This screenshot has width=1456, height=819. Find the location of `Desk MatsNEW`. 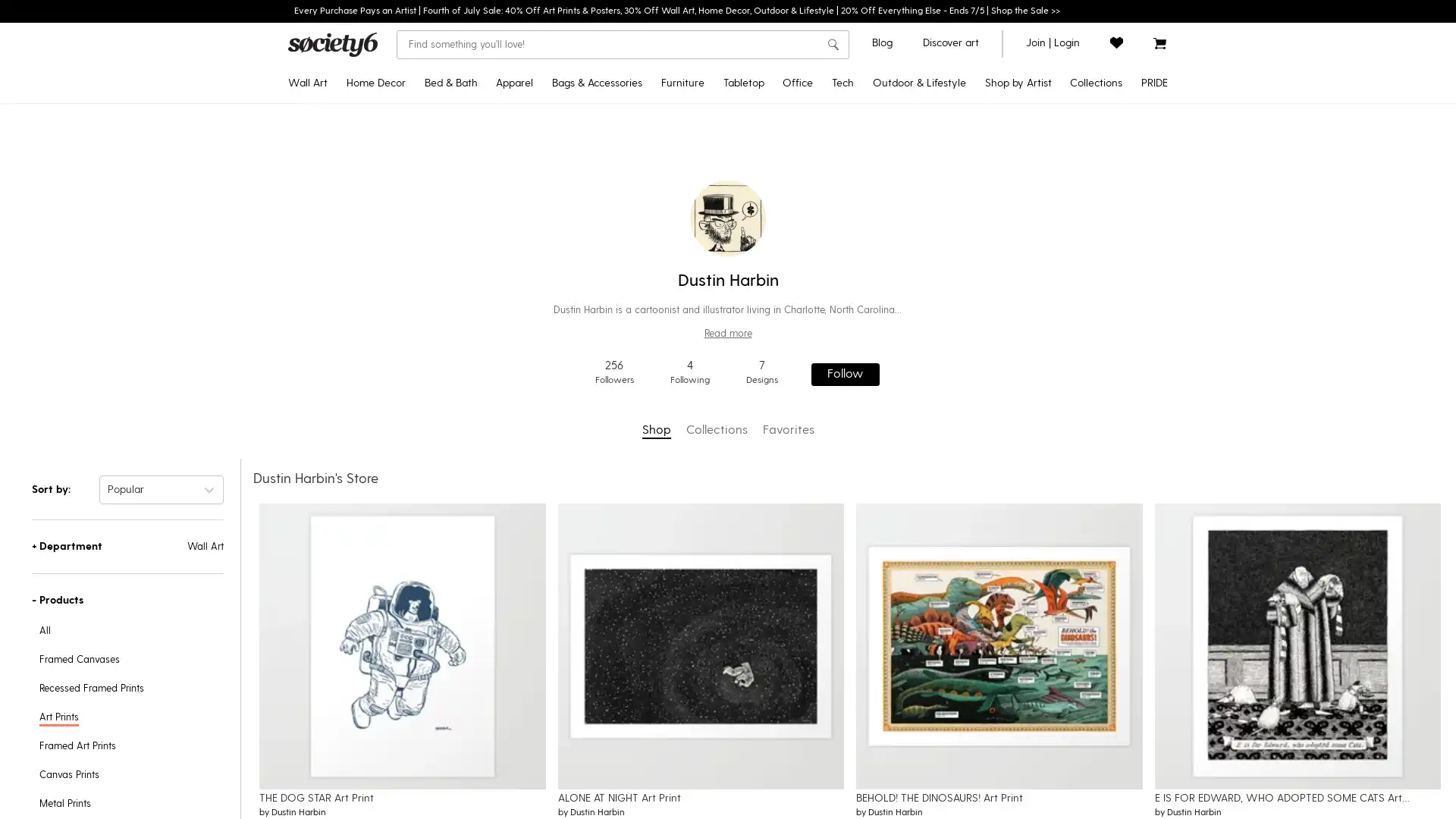

Desk MatsNEW is located at coordinates (835, 121).